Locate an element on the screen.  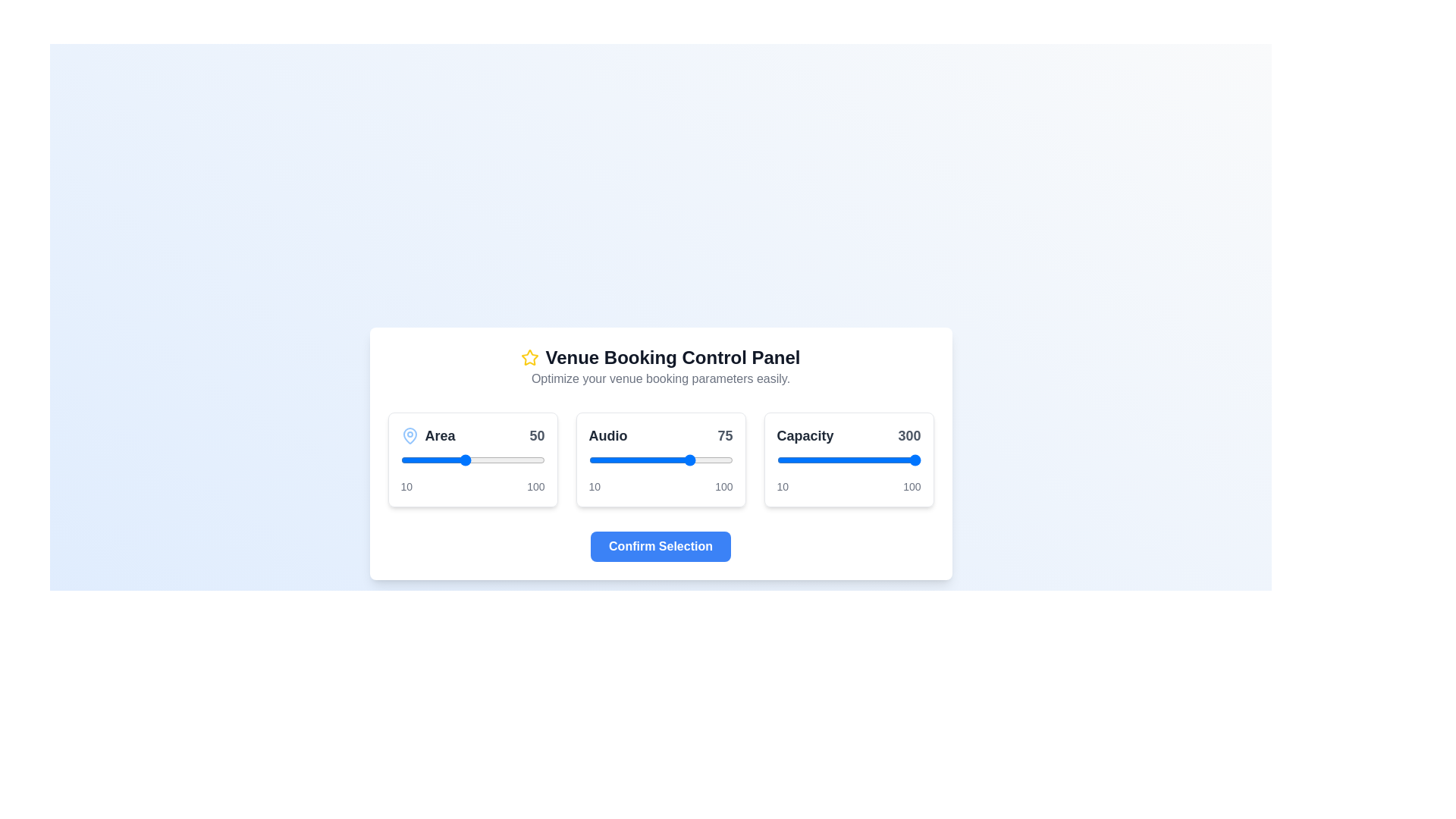
the Area slider is located at coordinates (504, 459).